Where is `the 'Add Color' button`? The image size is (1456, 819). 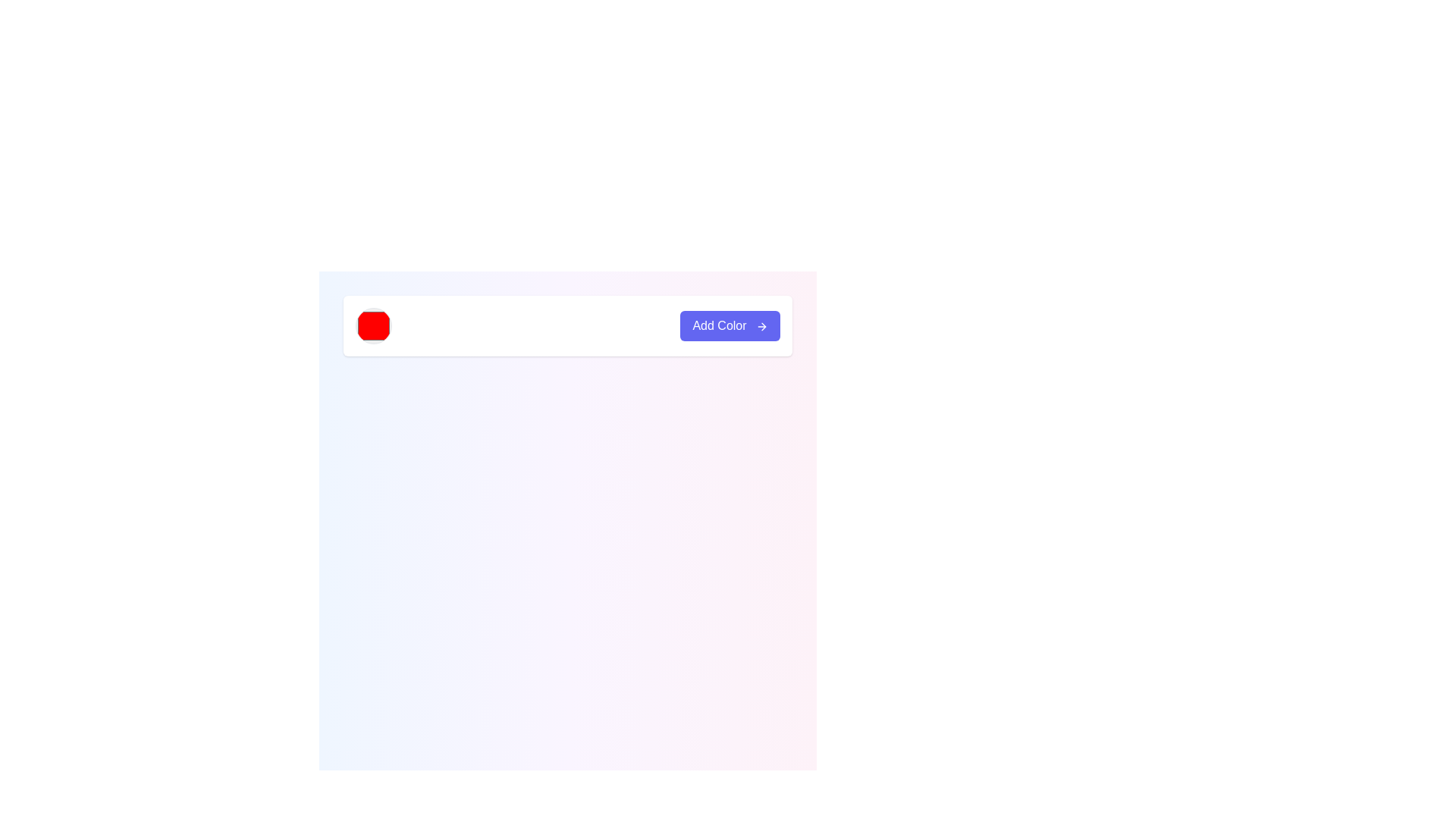
the 'Add Color' button is located at coordinates (730, 325).